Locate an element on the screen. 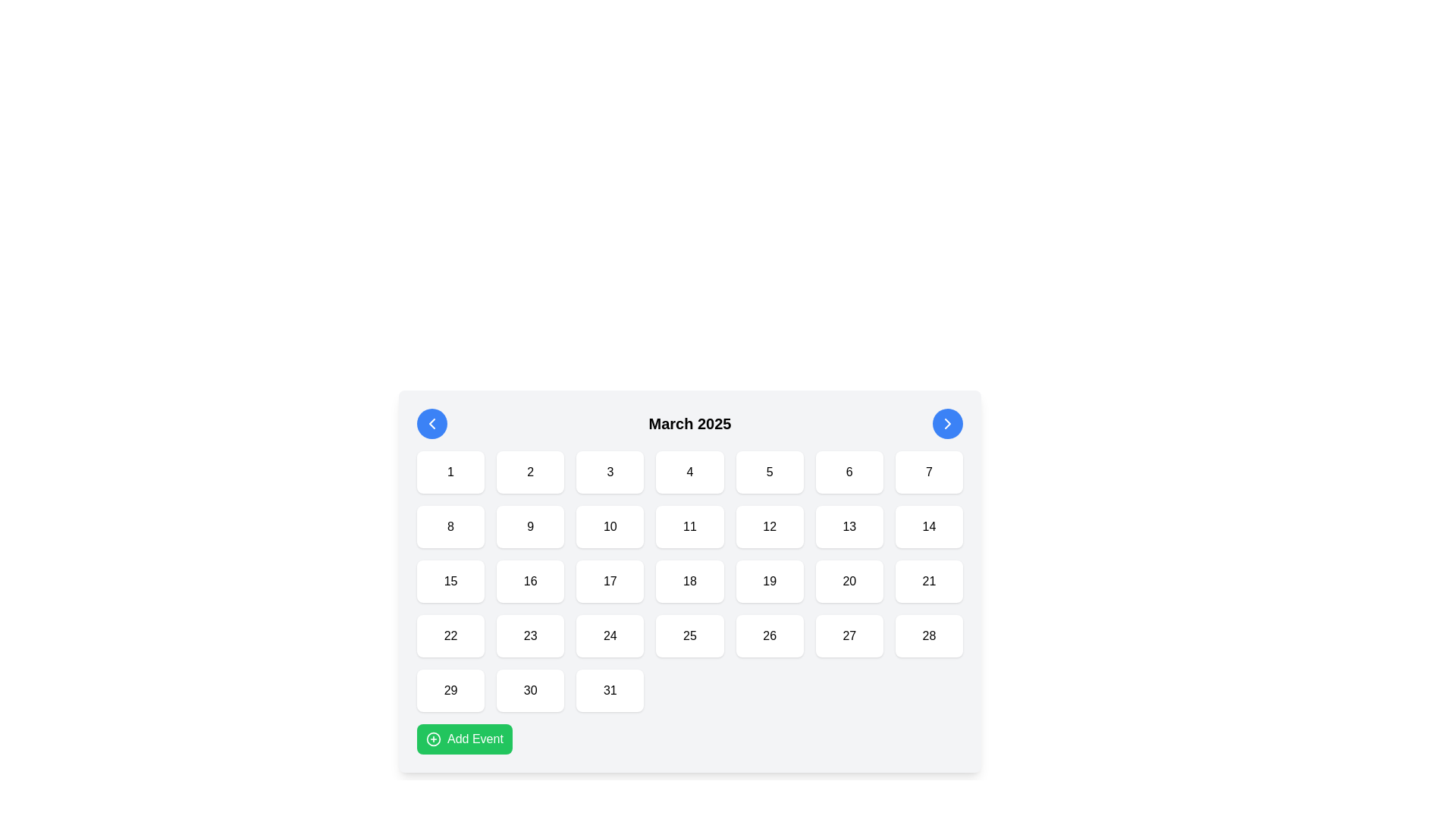  the '+' icon within the 'Add Event' button, which is a circular outline with a green background located at the bottom left of the page is located at coordinates (432, 739).